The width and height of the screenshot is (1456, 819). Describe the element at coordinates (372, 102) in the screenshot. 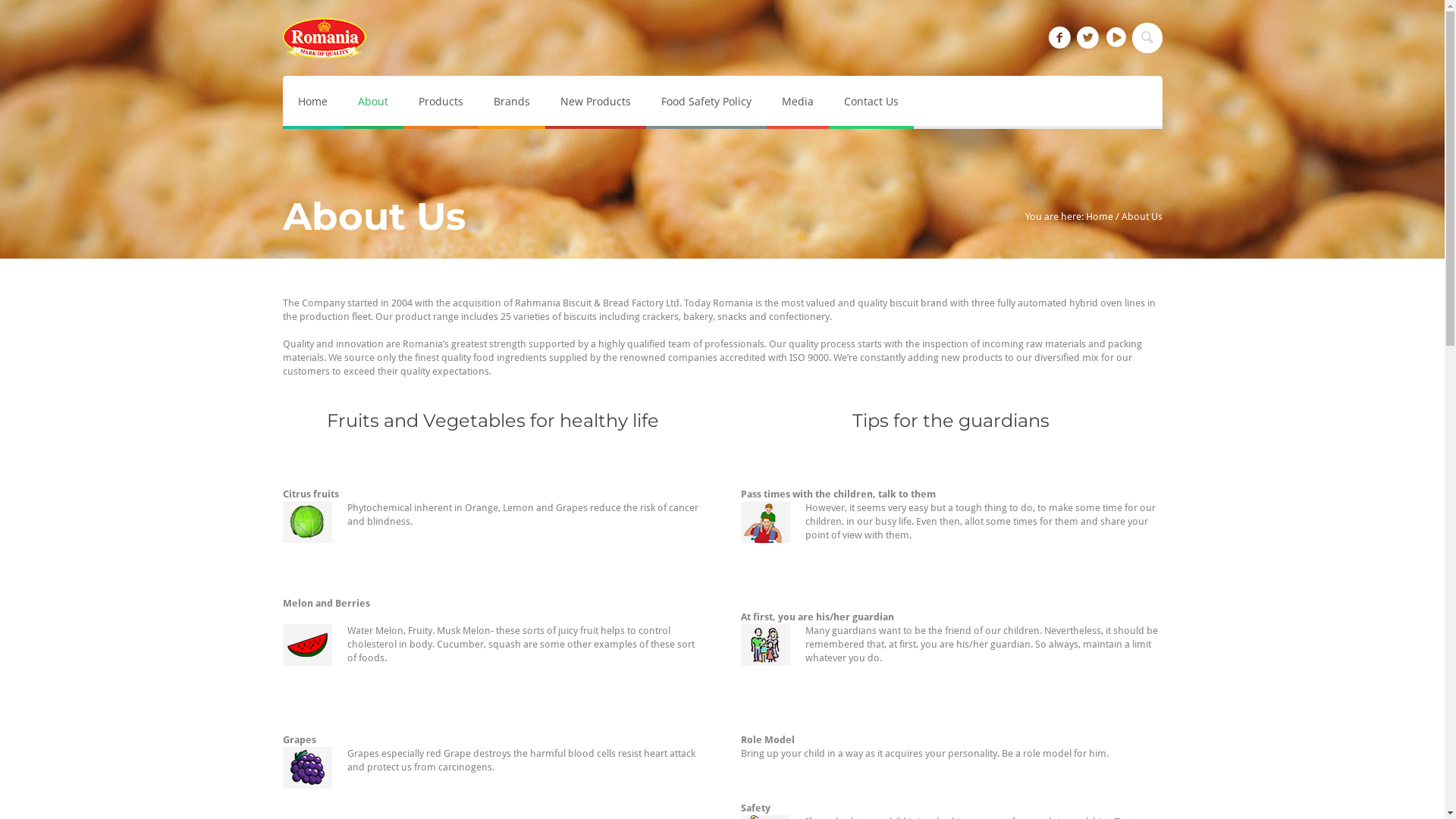

I see `'About'` at that location.